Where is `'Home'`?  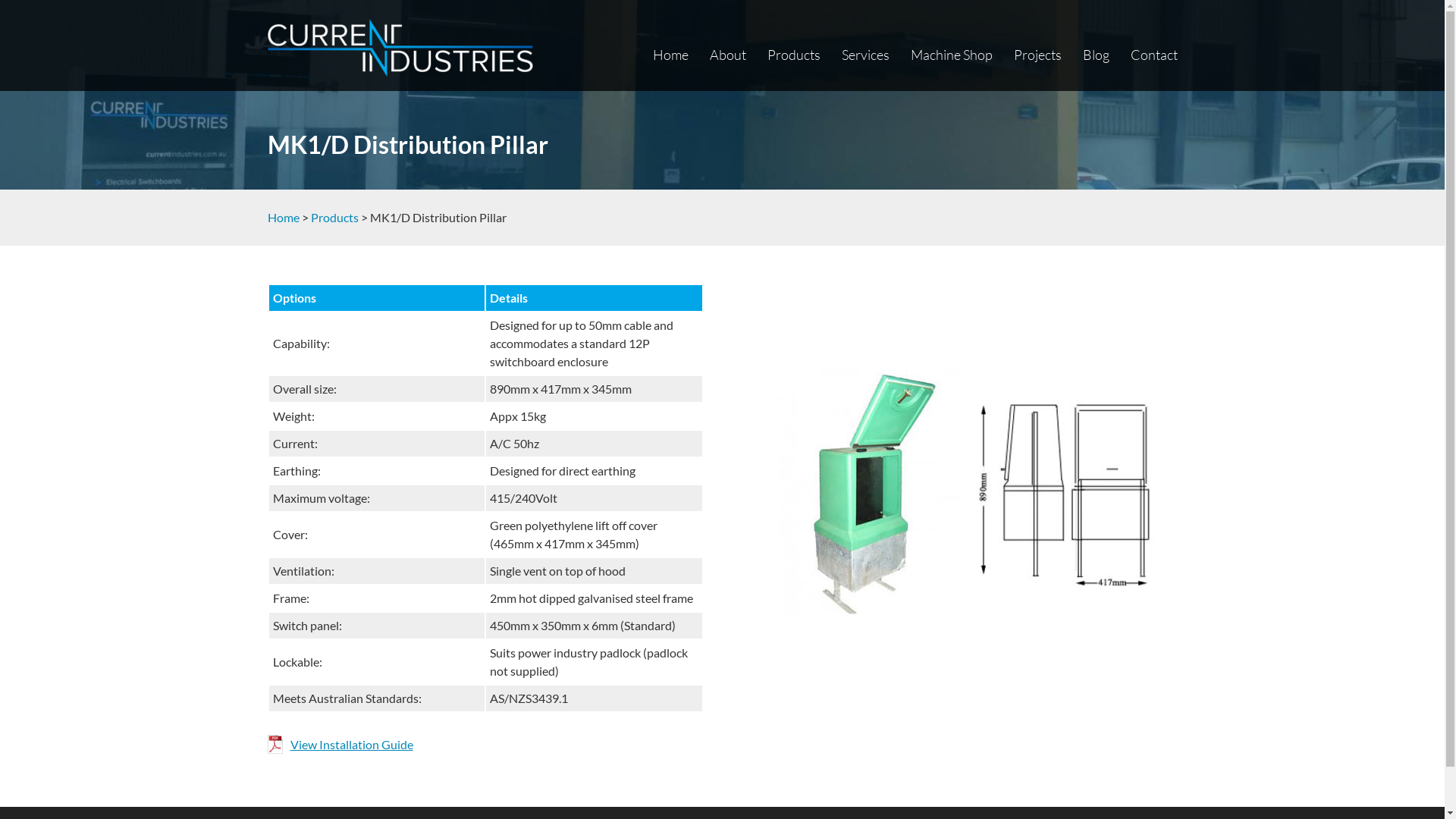 'Home' is located at coordinates (669, 54).